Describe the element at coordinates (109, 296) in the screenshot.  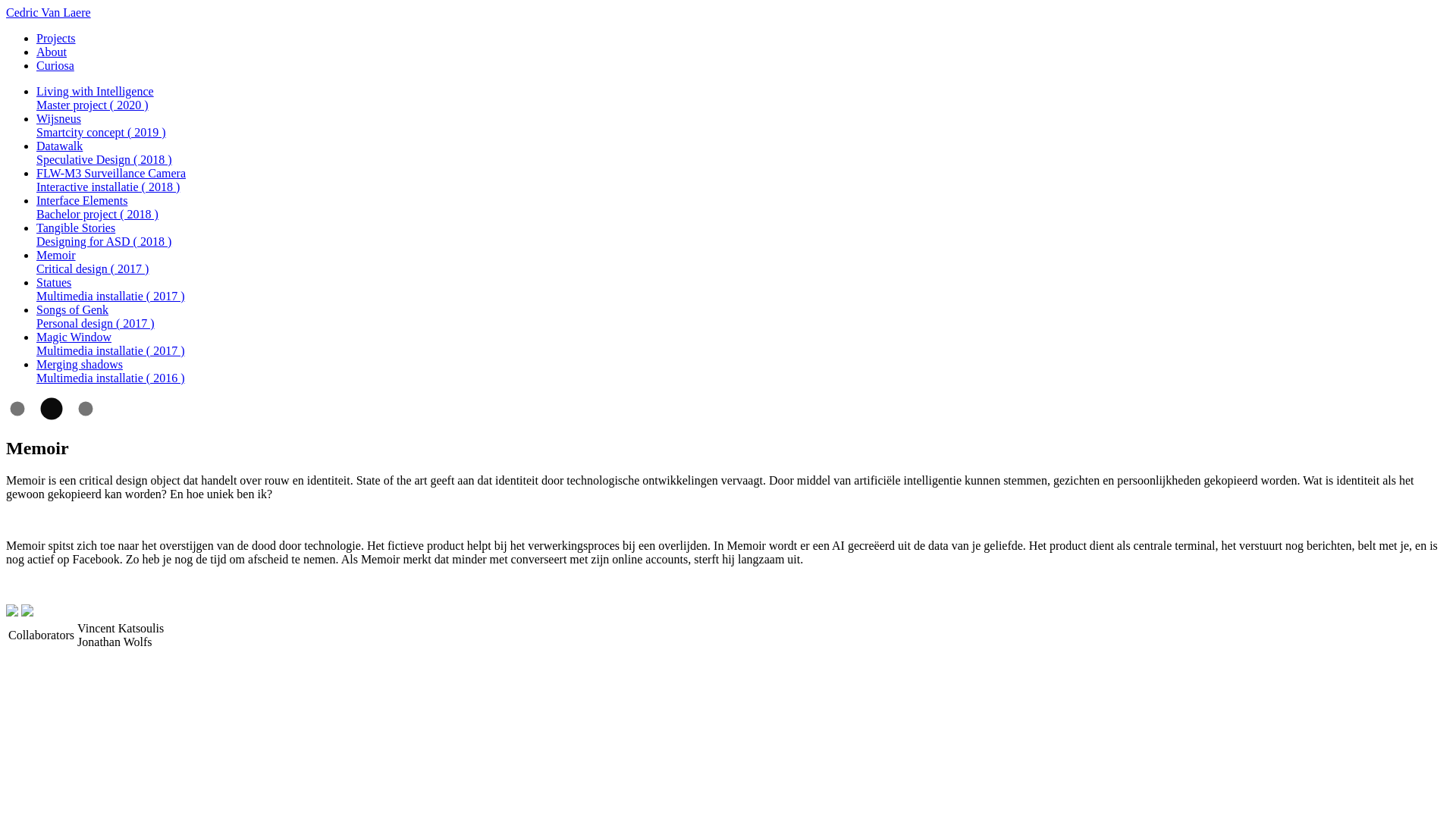
I see `'Multimedia installatie ( 2017 )'` at that location.